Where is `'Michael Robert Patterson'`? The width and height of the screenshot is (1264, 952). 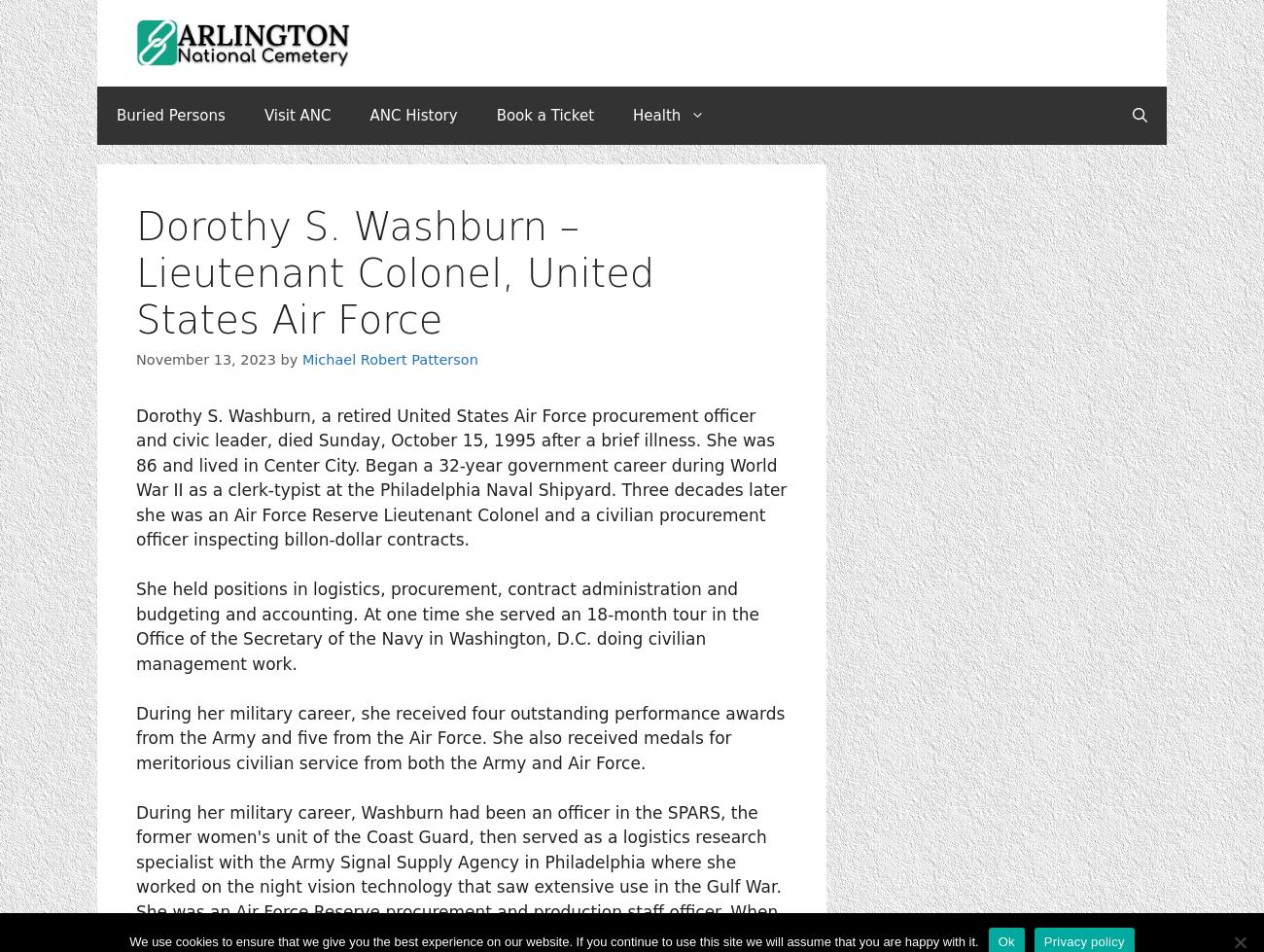 'Michael Robert Patterson' is located at coordinates (301, 359).